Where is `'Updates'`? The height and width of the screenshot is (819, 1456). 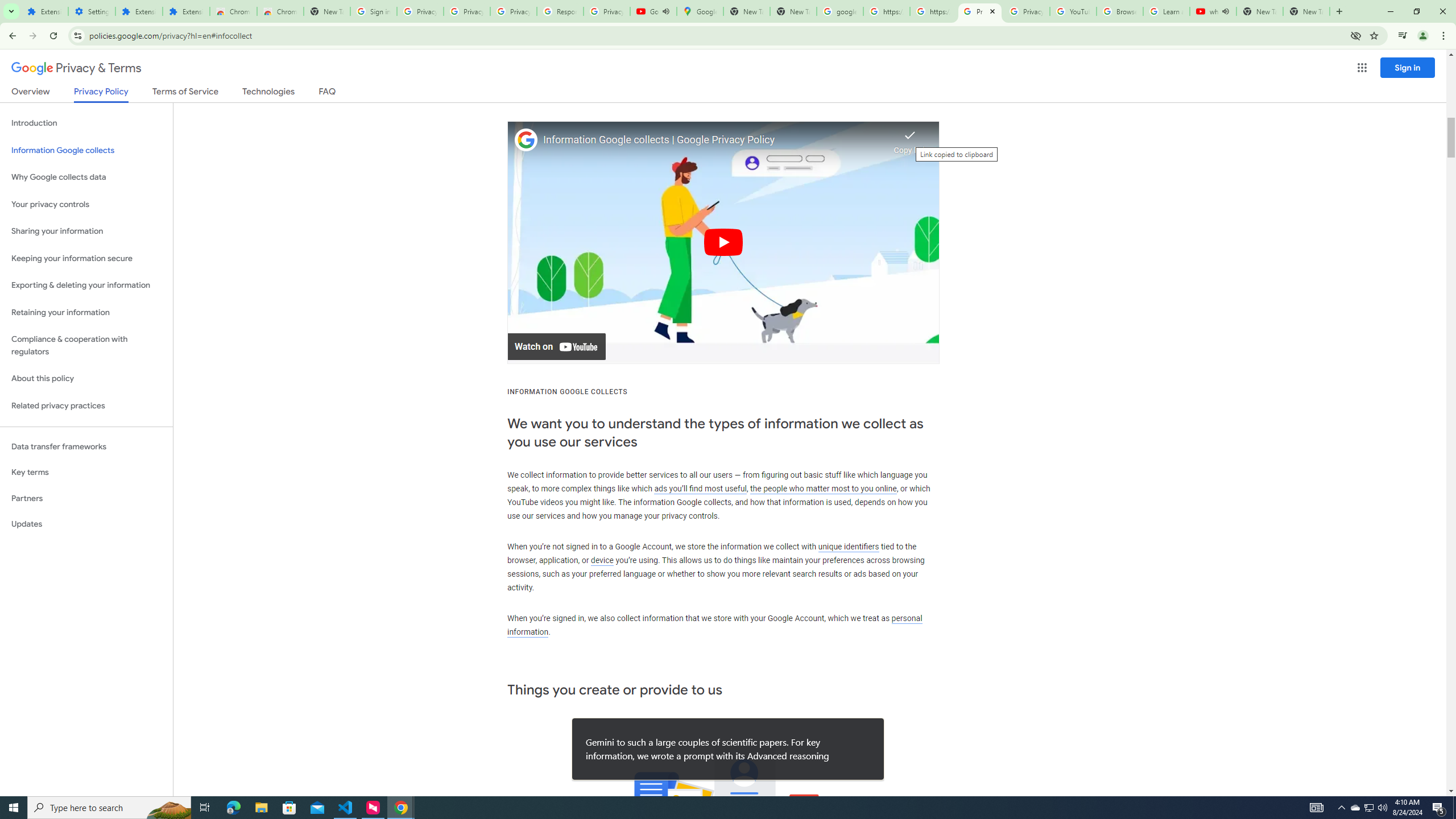
'Updates' is located at coordinates (86, 523).